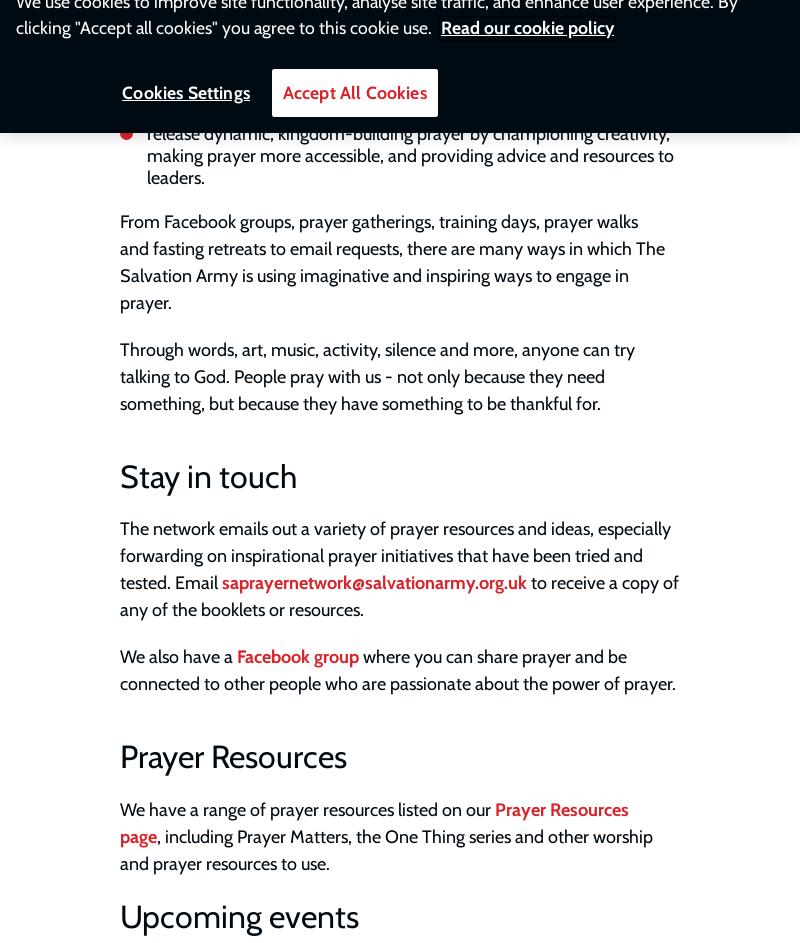 This screenshot has height=943, width=800. I want to click on 'Stay in touch', so click(208, 474).